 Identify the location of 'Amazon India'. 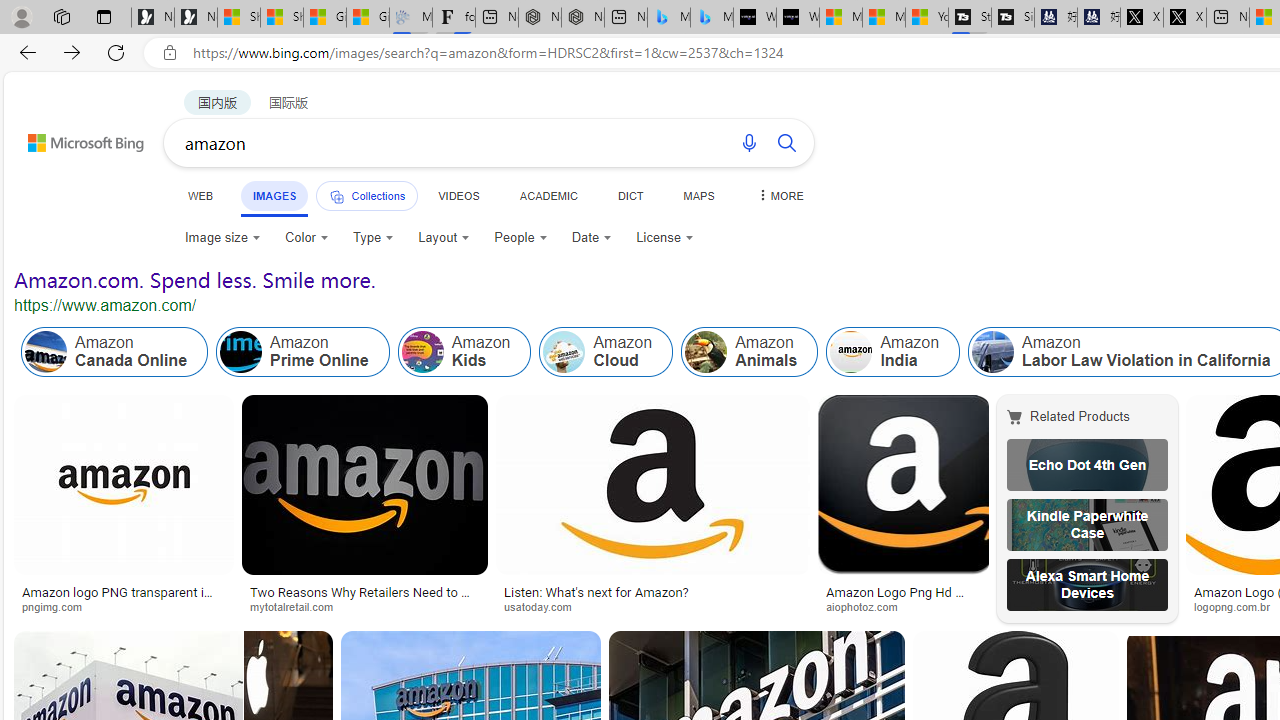
(892, 351).